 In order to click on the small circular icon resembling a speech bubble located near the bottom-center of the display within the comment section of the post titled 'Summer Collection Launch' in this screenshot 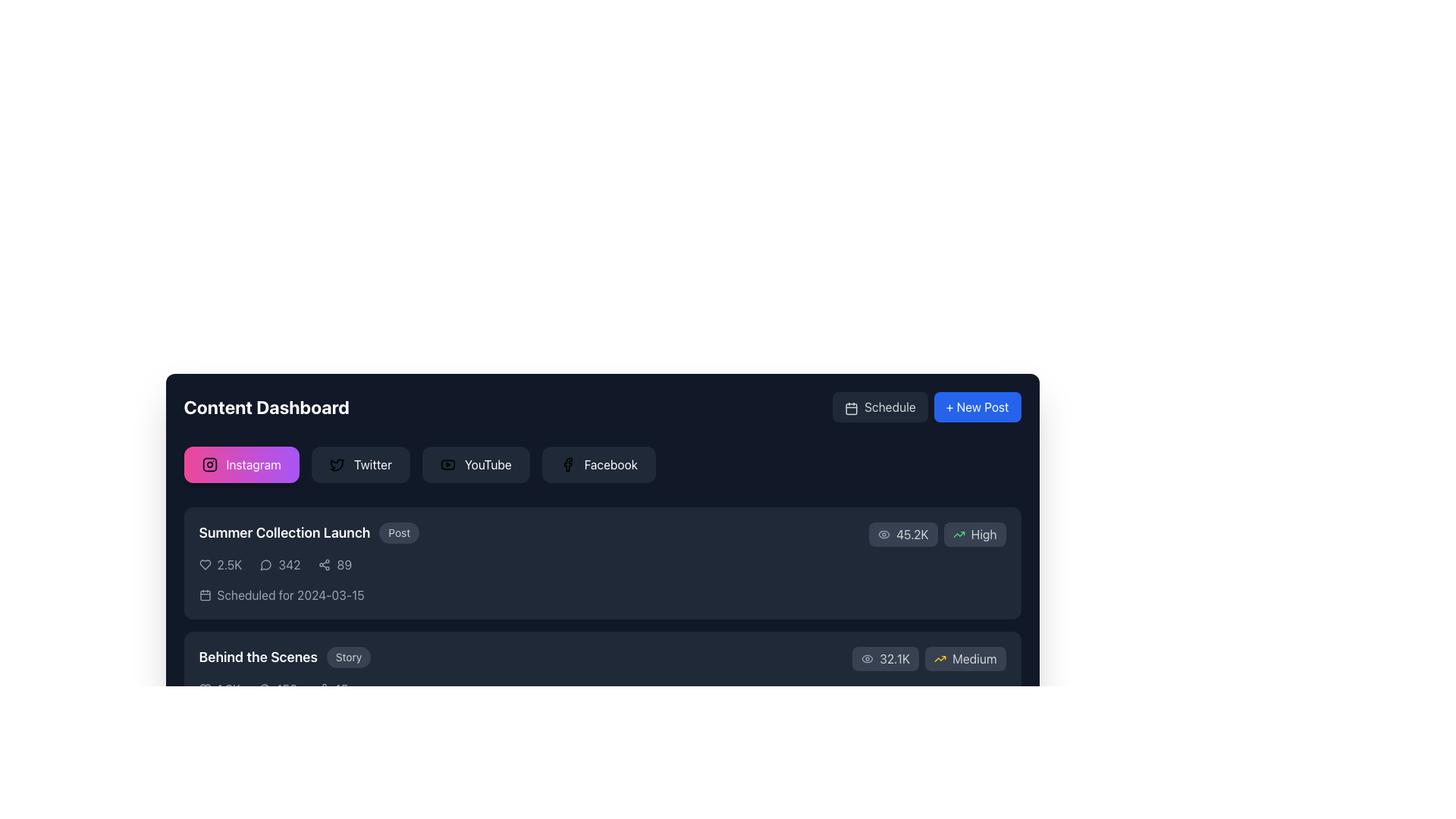, I will do `click(265, 813)`.